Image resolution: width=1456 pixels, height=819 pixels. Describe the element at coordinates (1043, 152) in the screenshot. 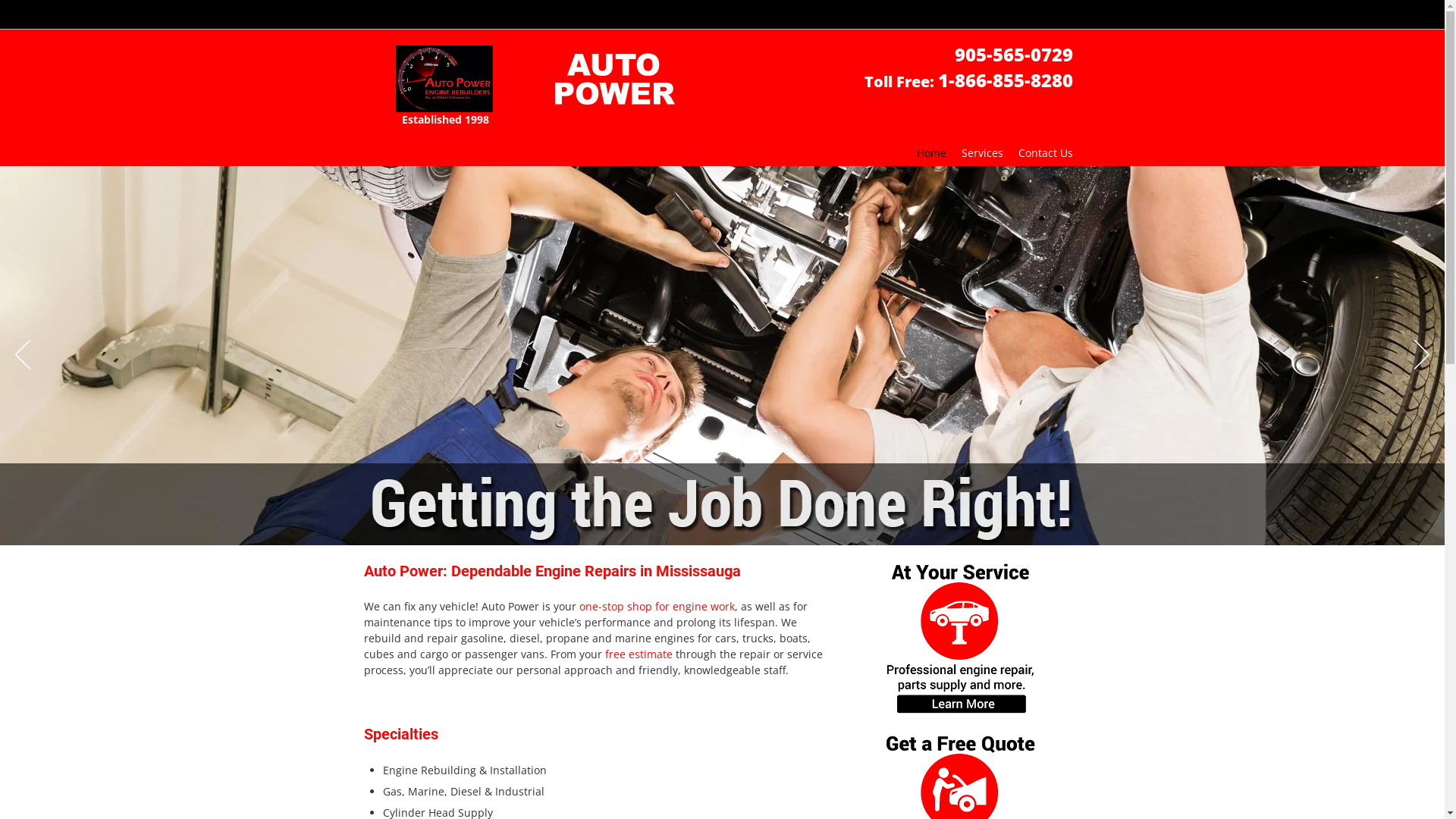

I see `'Contact Us'` at that location.